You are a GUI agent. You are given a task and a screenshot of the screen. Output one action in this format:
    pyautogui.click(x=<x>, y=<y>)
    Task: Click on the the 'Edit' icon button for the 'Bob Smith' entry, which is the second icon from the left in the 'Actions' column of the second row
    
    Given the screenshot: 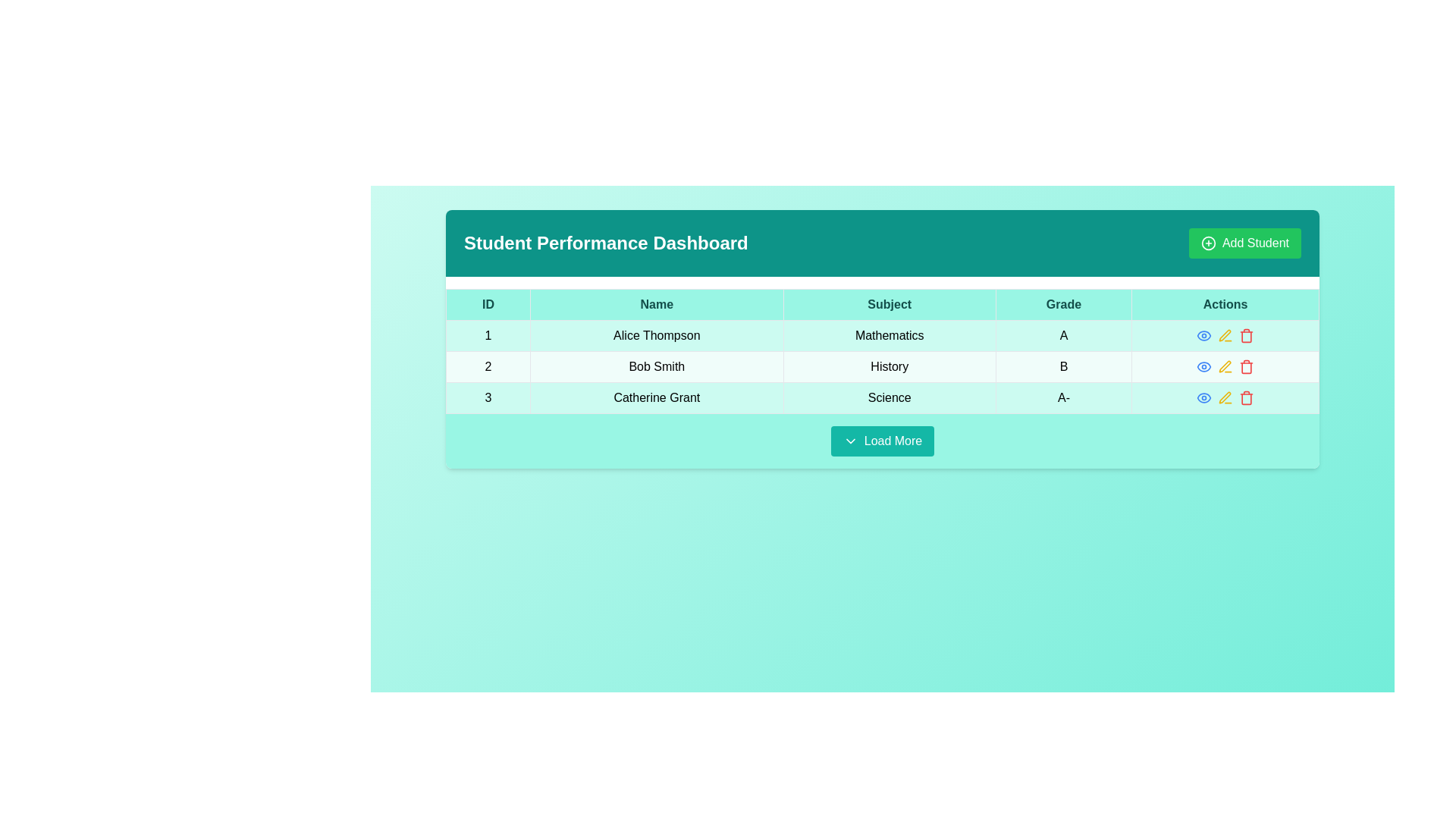 What is the action you would take?
    pyautogui.click(x=1225, y=366)
    